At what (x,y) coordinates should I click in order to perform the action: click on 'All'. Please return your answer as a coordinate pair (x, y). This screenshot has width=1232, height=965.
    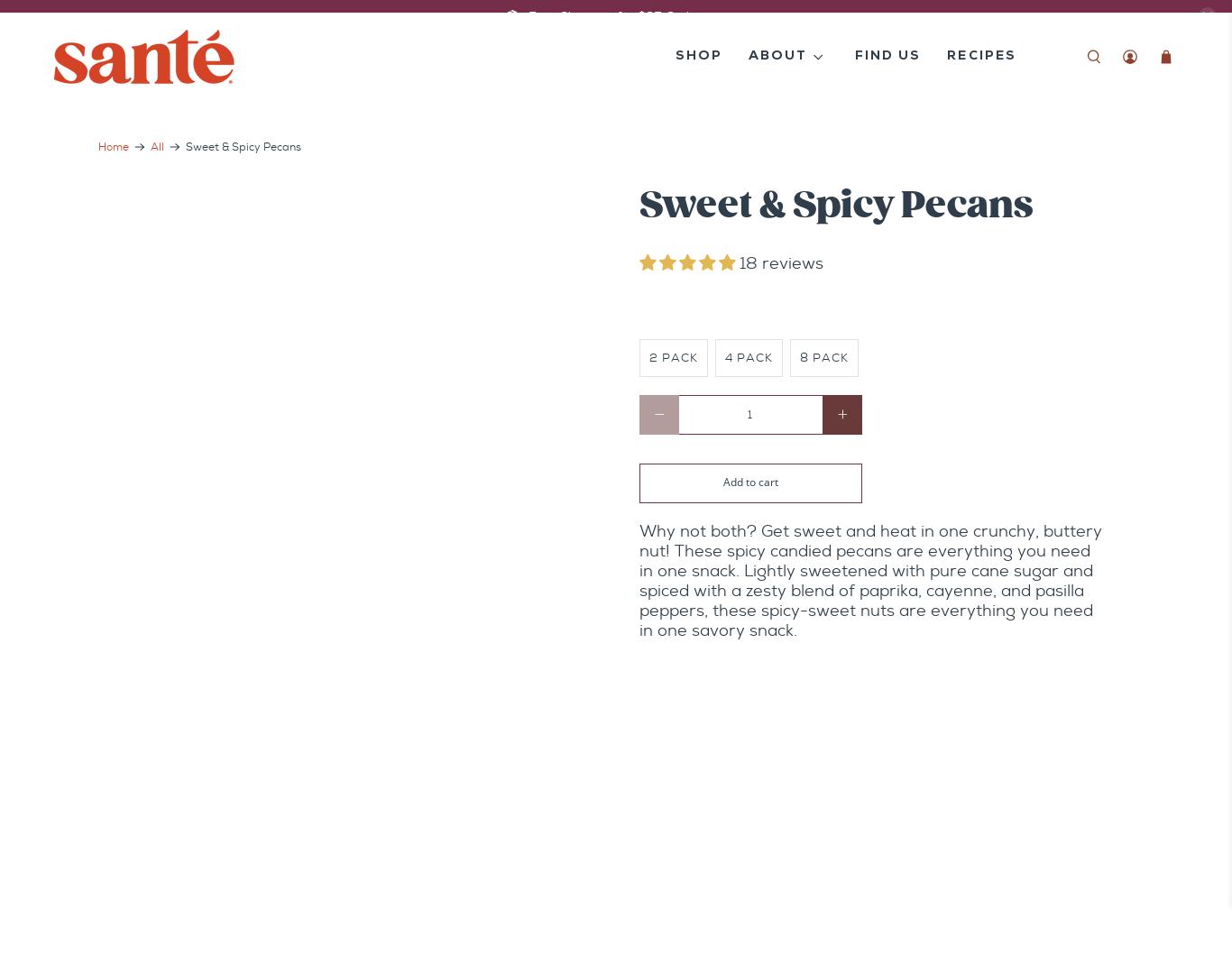
    Looking at the image, I should click on (156, 146).